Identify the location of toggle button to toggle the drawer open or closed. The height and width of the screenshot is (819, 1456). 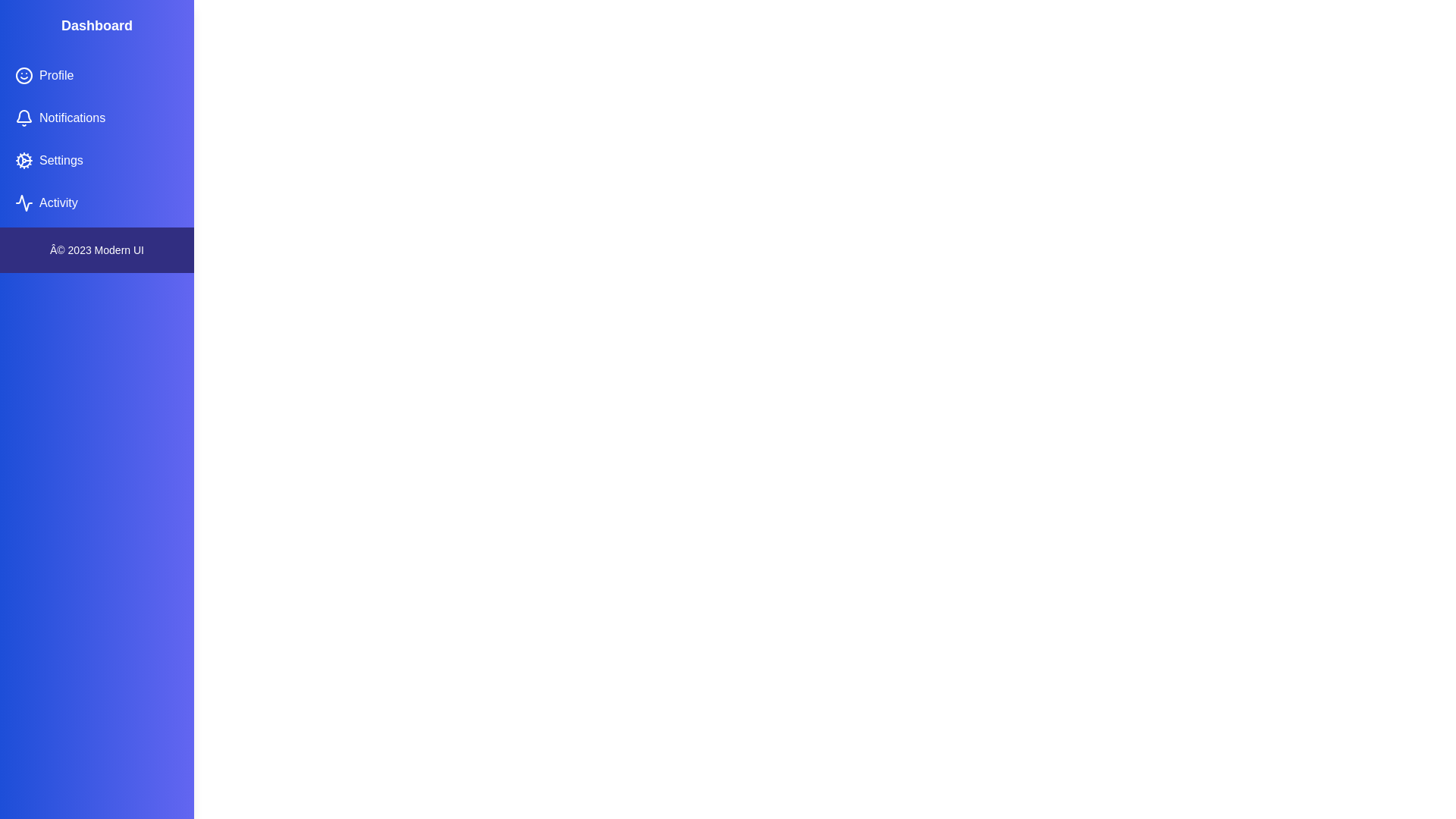
(27, 27).